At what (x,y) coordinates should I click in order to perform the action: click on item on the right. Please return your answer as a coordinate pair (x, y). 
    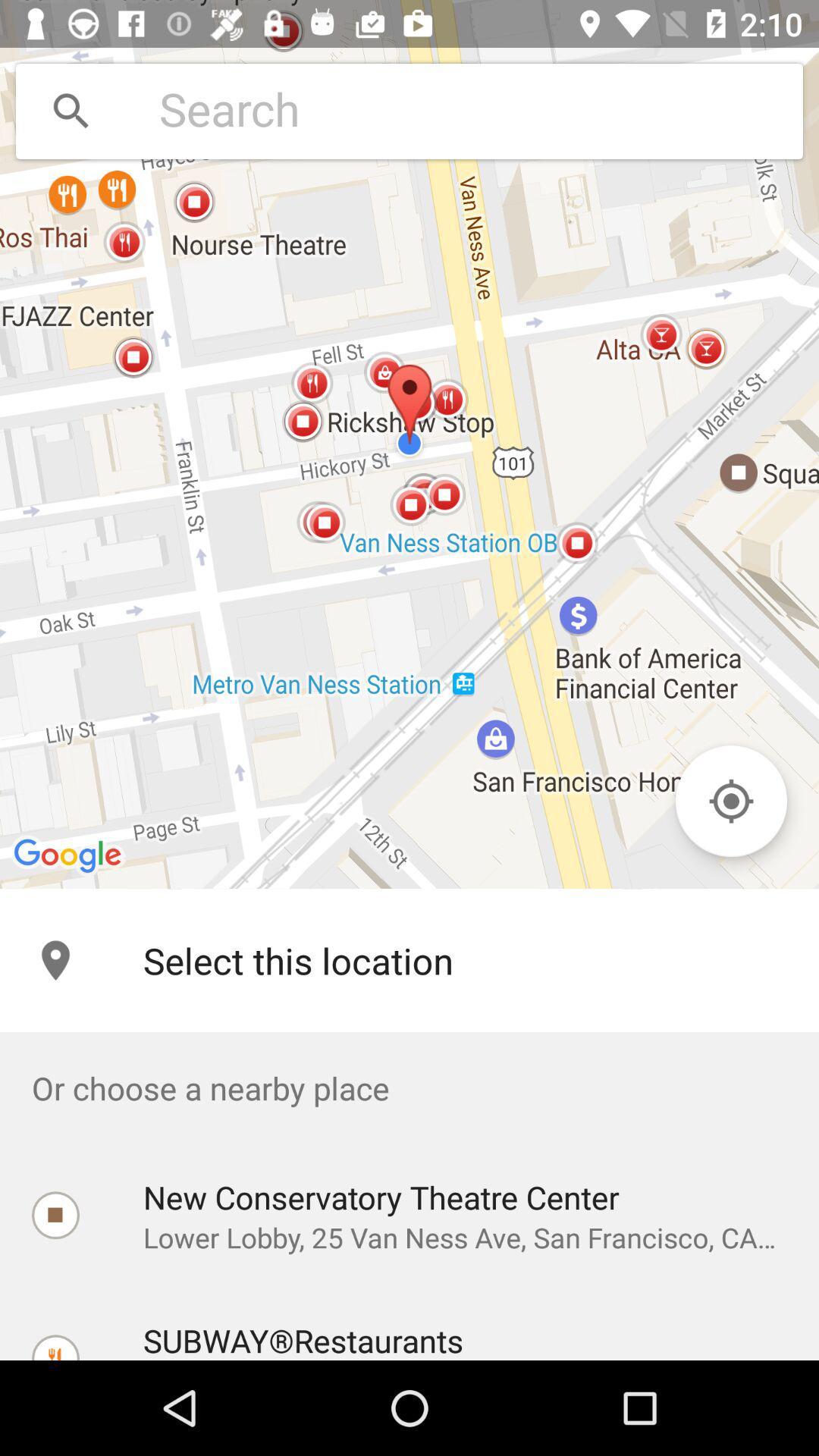
    Looking at the image, I should click on (730, 800).